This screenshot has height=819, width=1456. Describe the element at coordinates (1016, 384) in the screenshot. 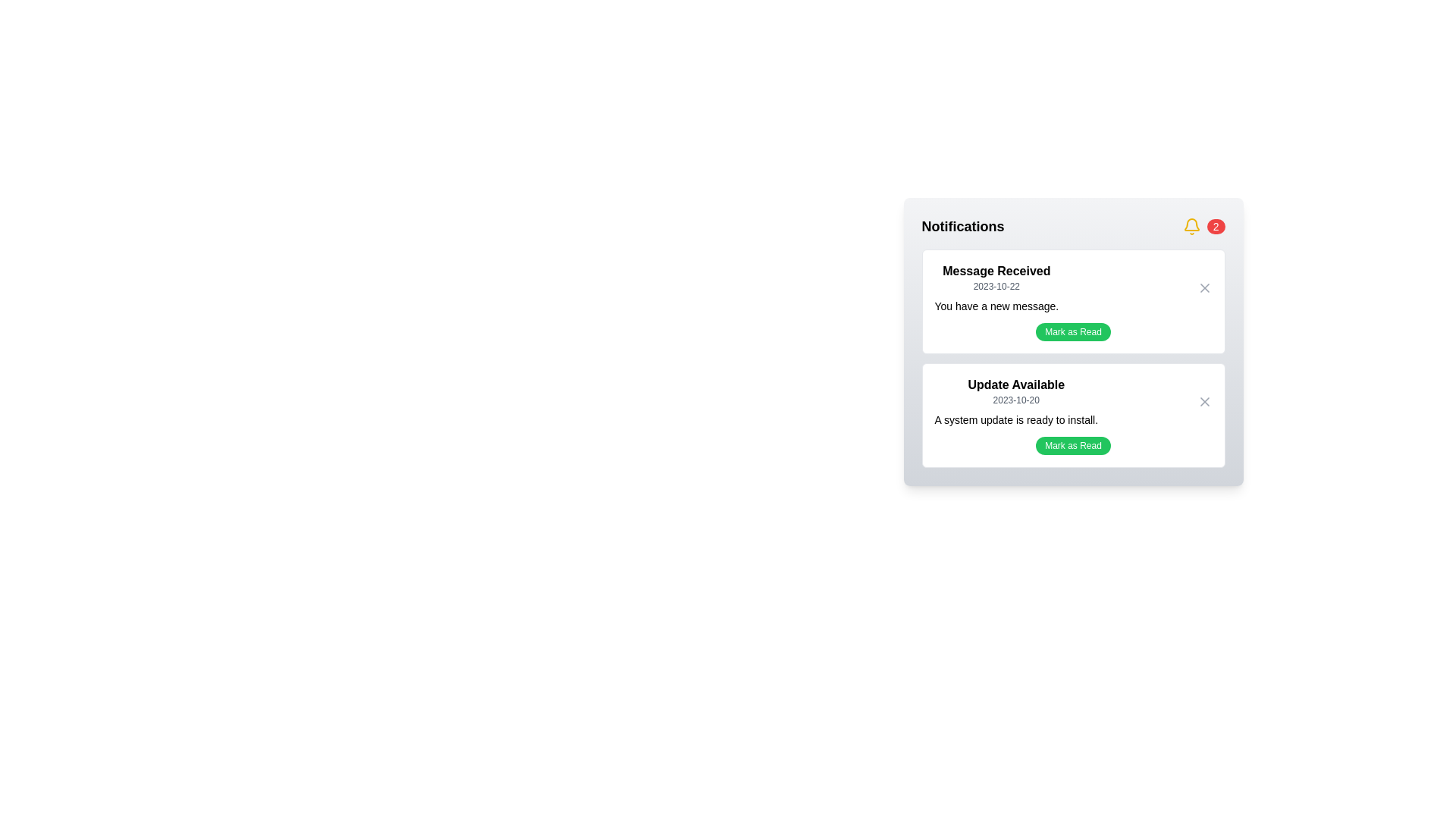

I see `text label titled 'Update Available' located at the center of the second notification card, which conveys the main subject of the notification` at that location.